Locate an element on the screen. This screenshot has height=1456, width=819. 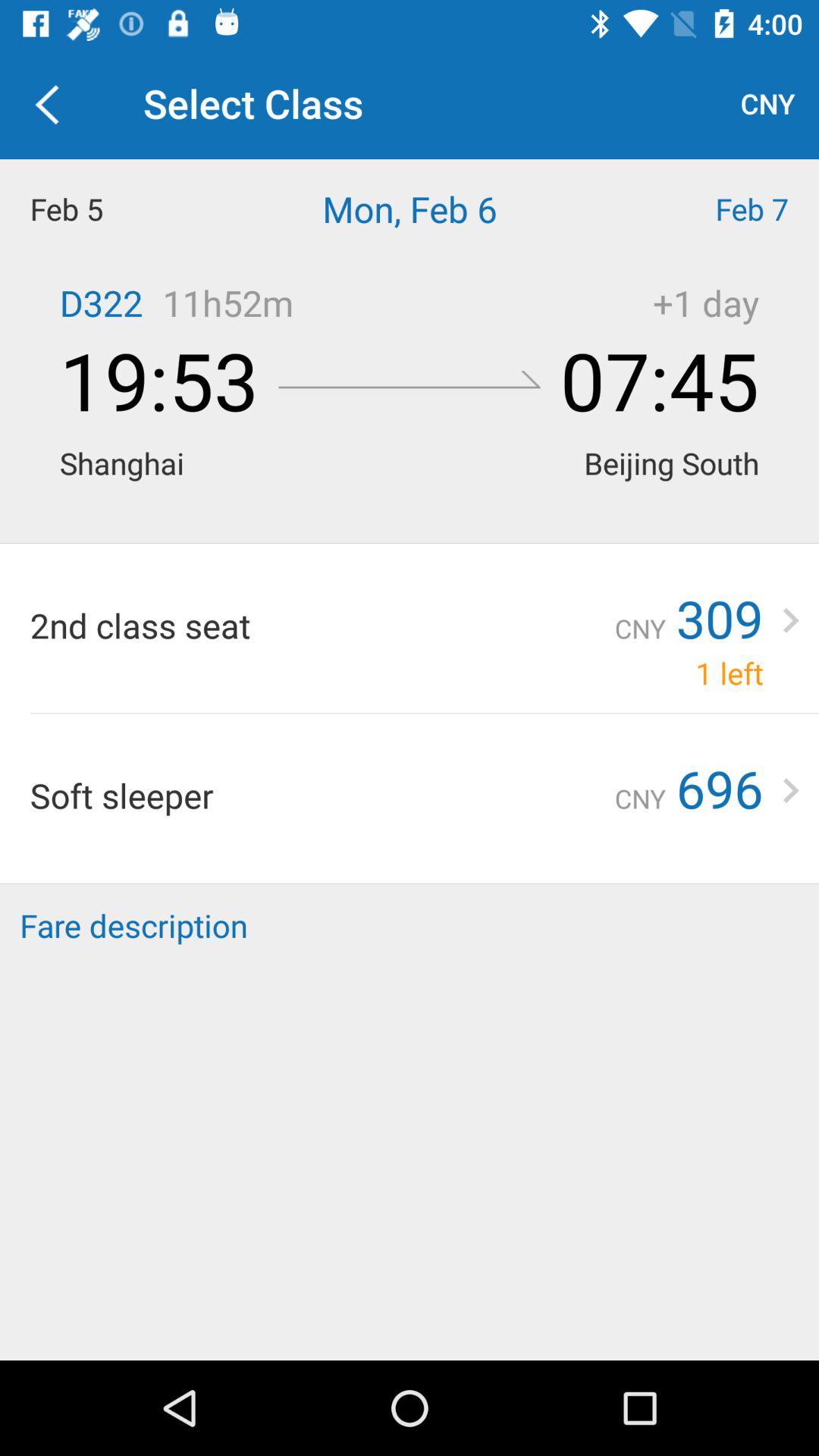
item next to the select class is located at coordinates (55, 102).